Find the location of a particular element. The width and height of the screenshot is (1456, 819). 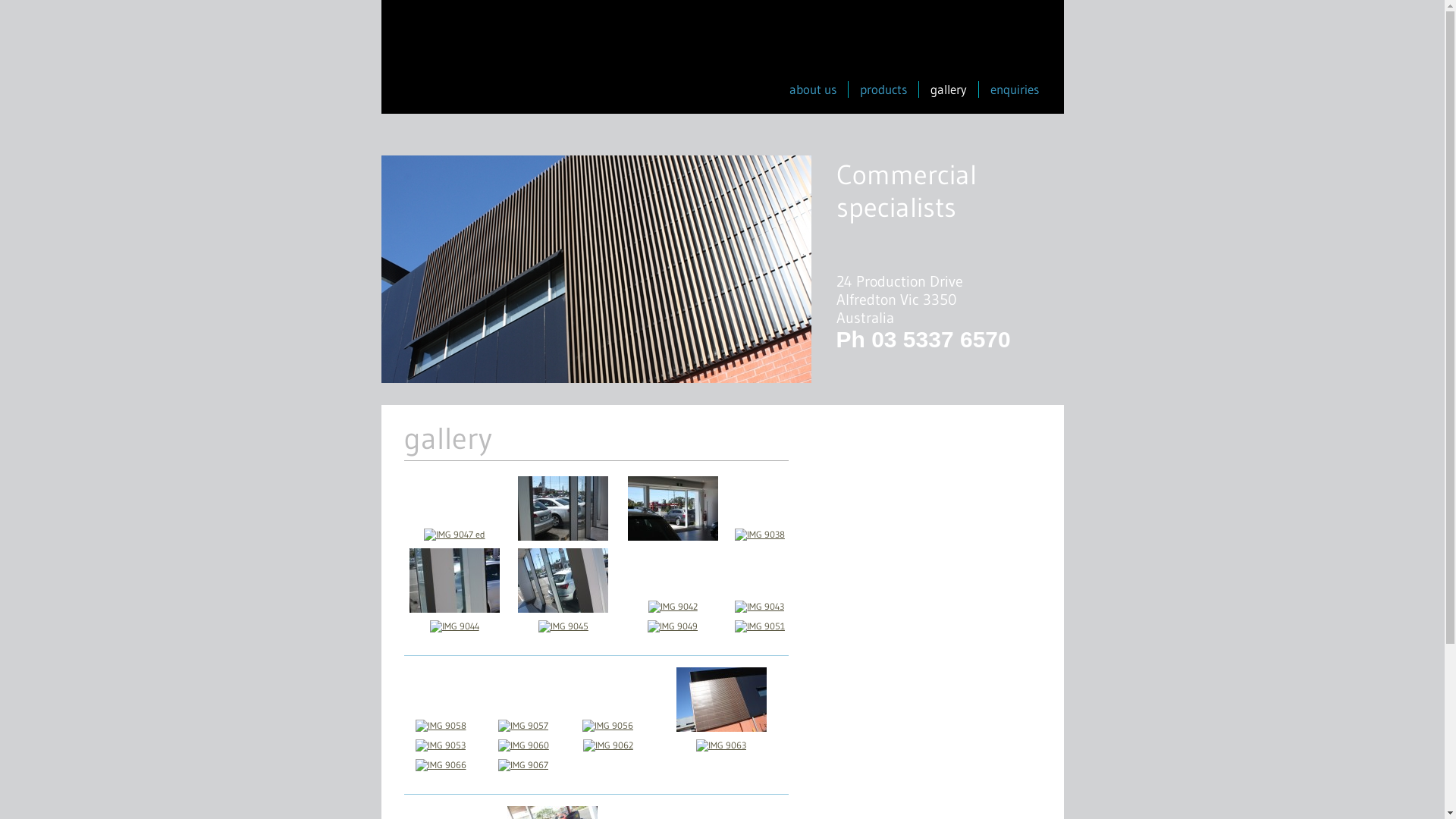

'IMG 9040 ed' is located at coordinates (562, 606).